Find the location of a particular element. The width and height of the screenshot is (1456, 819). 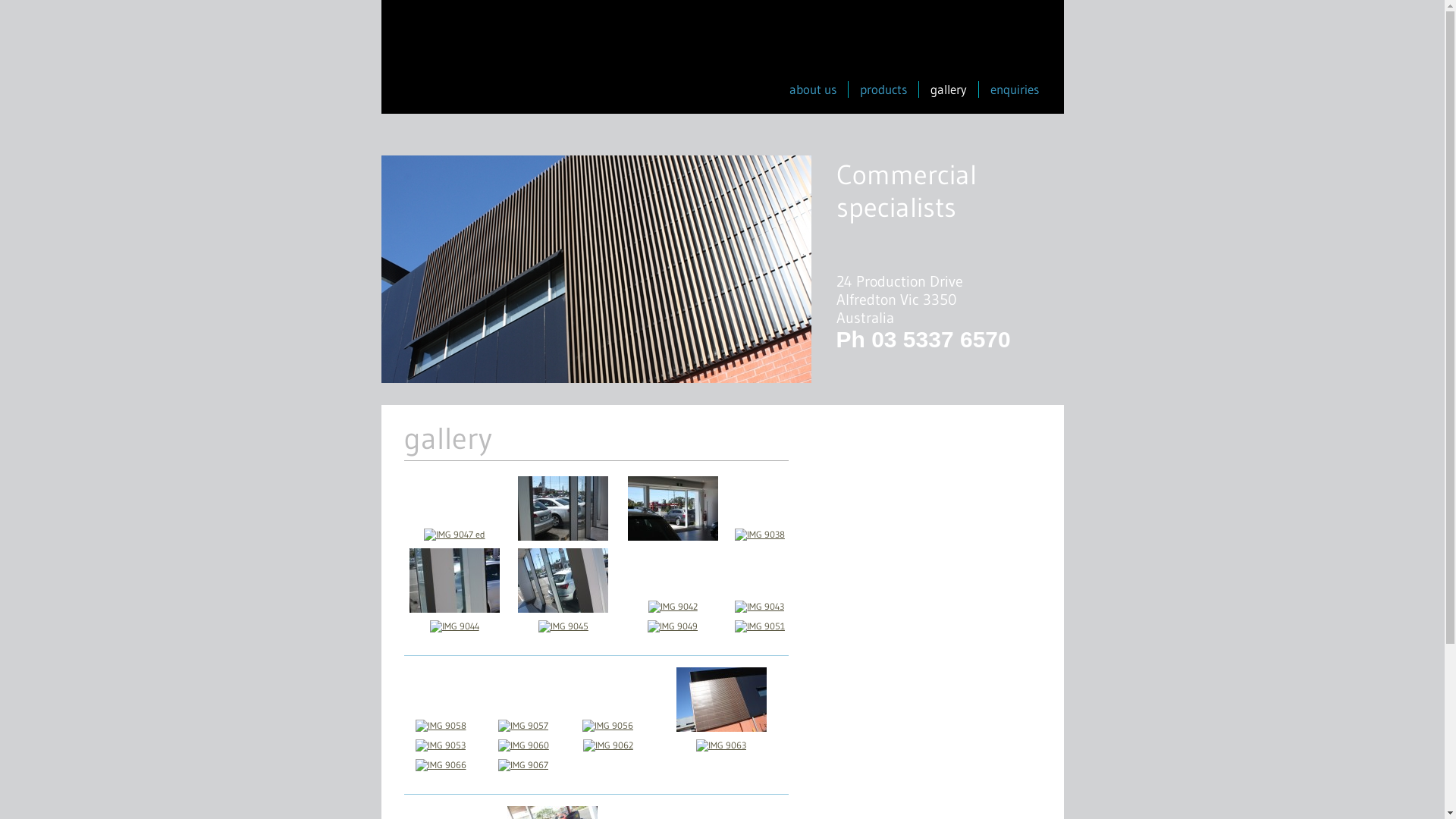

'IMG 9040 ed' is located at coordinates (562, 606).